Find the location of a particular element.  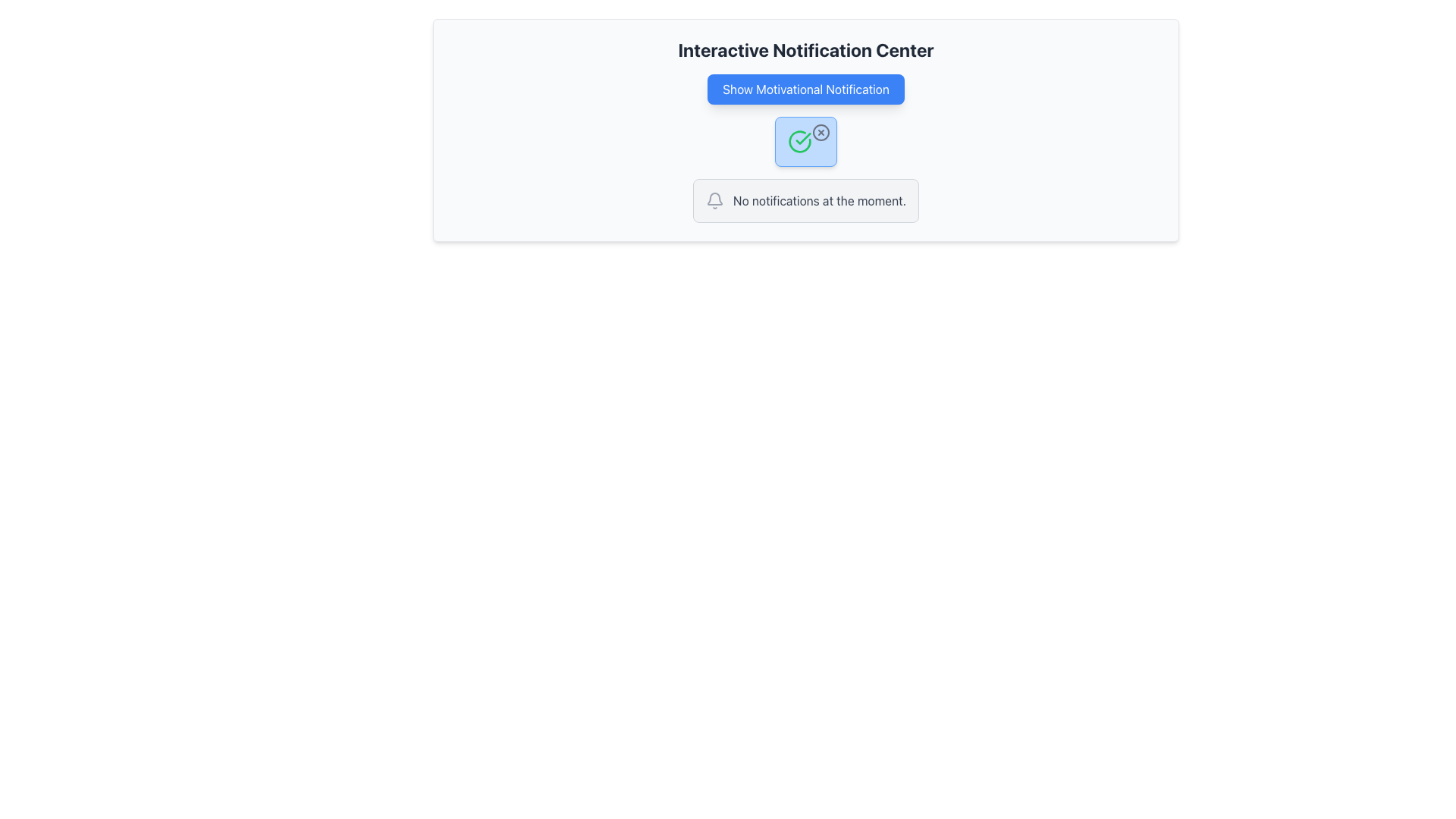

the green checkmark icon within the circular SVG graphic, which indicates a successful or confirmed status is located at coordinates (802, 138).